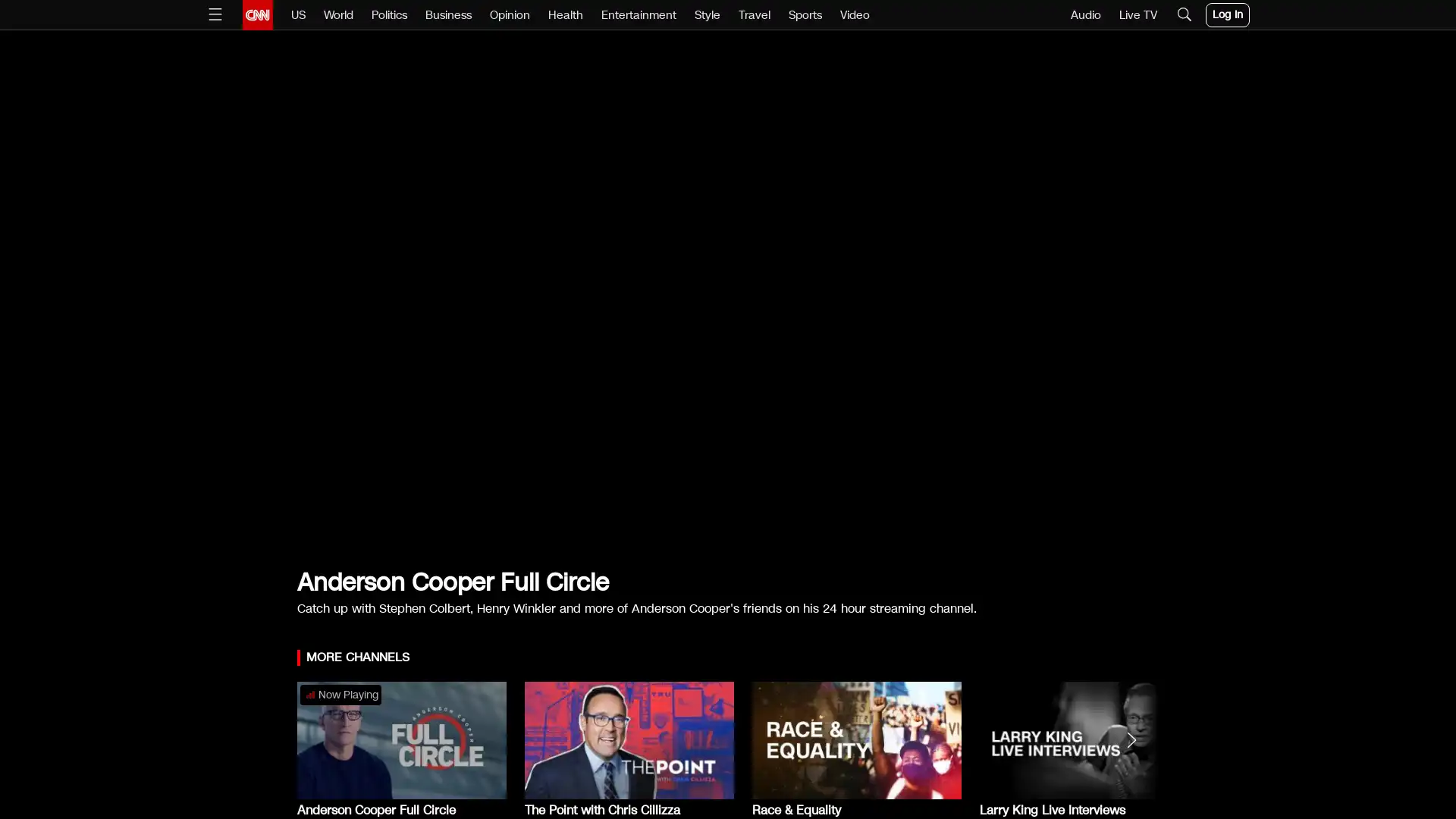 The width and height of the screenshot is (1456, 819). I want to click on Search Icon, so click(1182, 14).